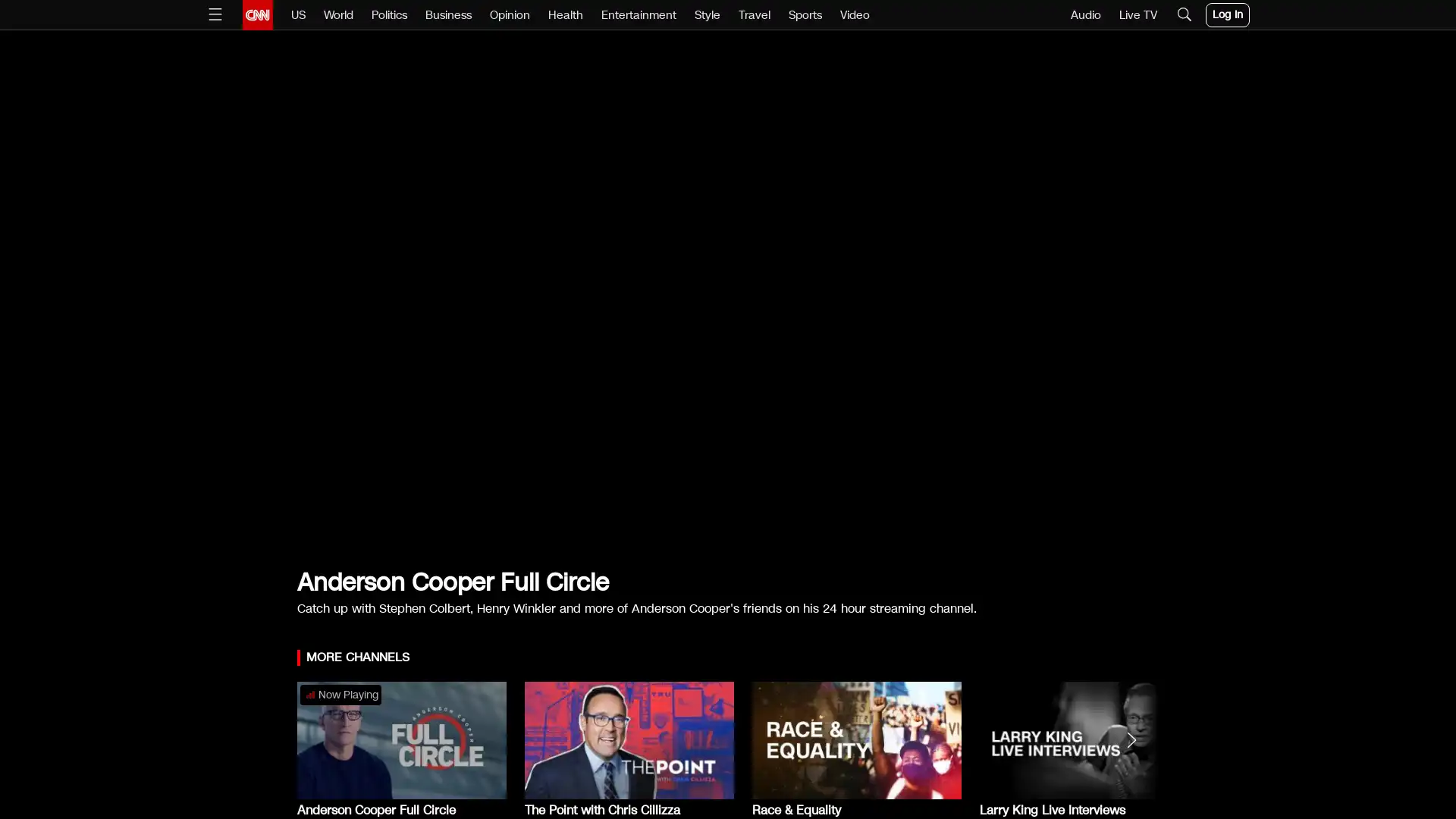 The width and height of the screenshot is (1456, 819). I want to click on Search Icon, so click(1182, 14).